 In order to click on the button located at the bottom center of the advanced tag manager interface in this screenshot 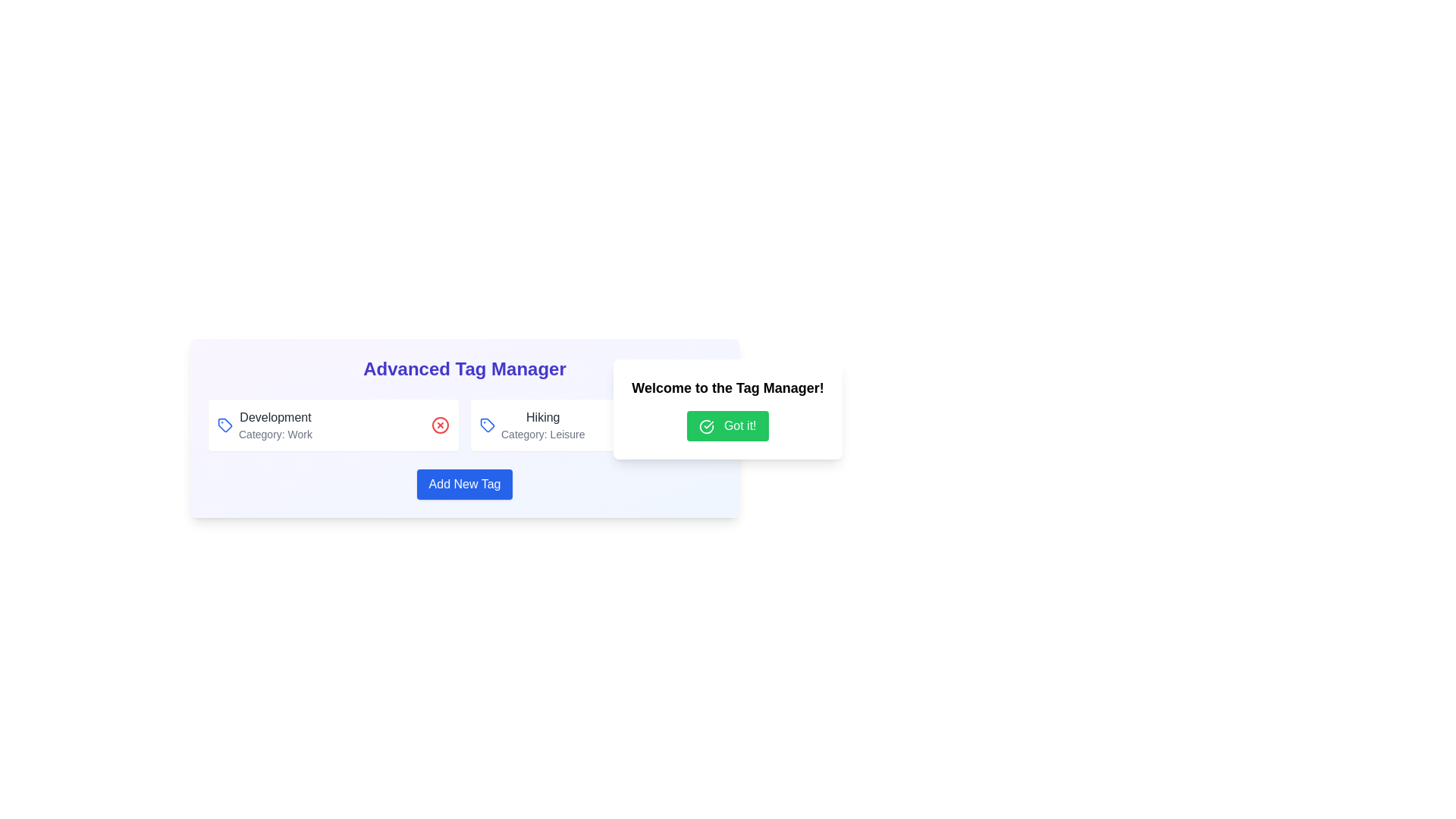, I will do `click(464, 485)`.